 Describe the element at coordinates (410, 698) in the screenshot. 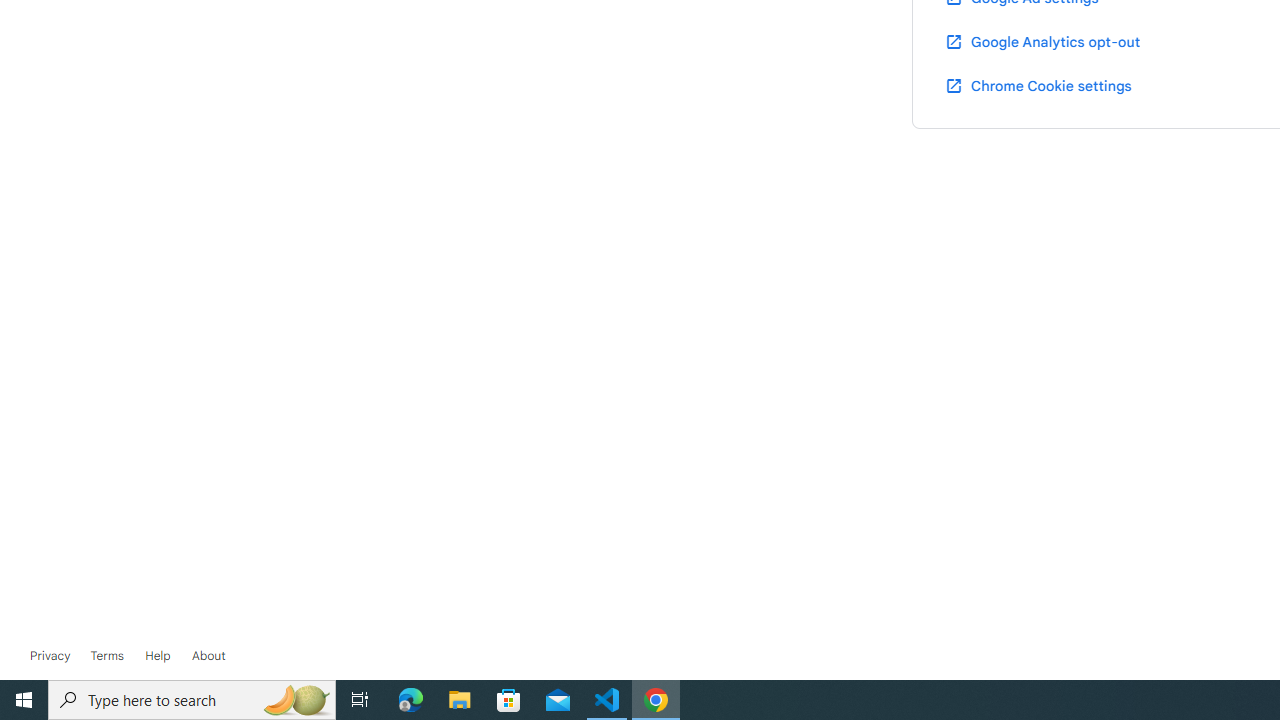

I see `'Microsoft Edge'` at that location.